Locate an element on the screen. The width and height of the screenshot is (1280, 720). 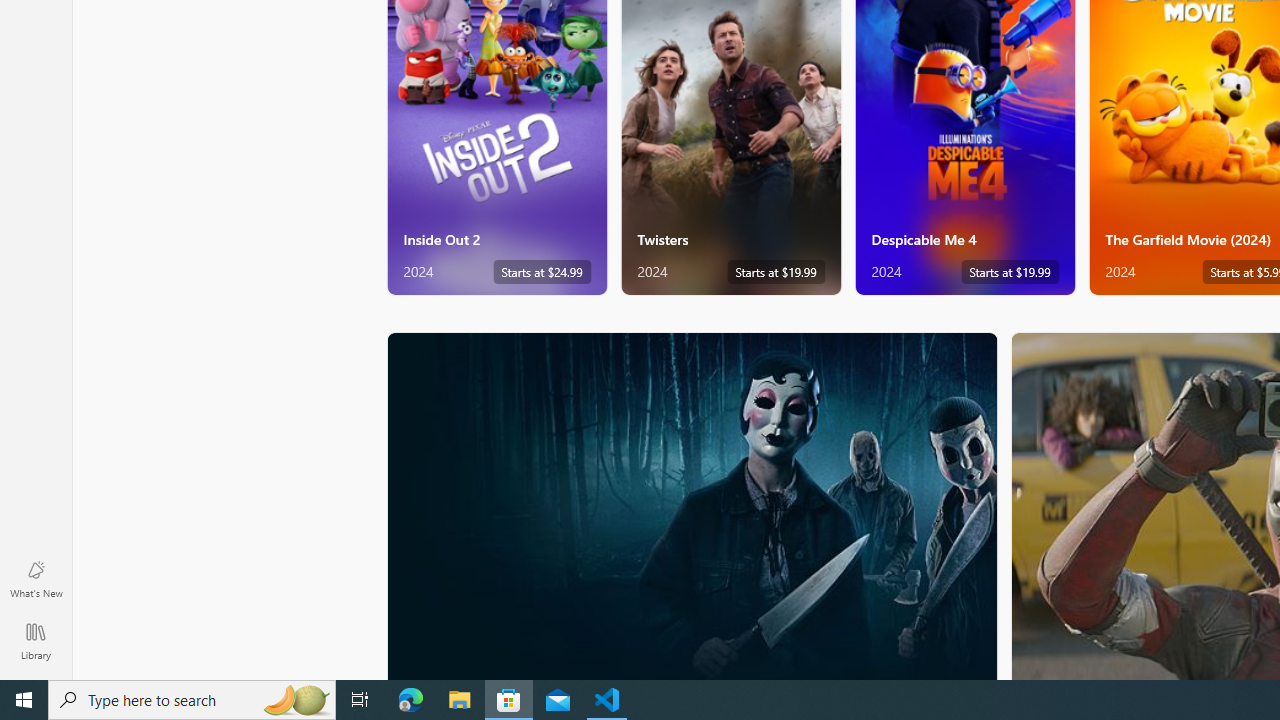
'Library' is located at coordinates (35, 640).